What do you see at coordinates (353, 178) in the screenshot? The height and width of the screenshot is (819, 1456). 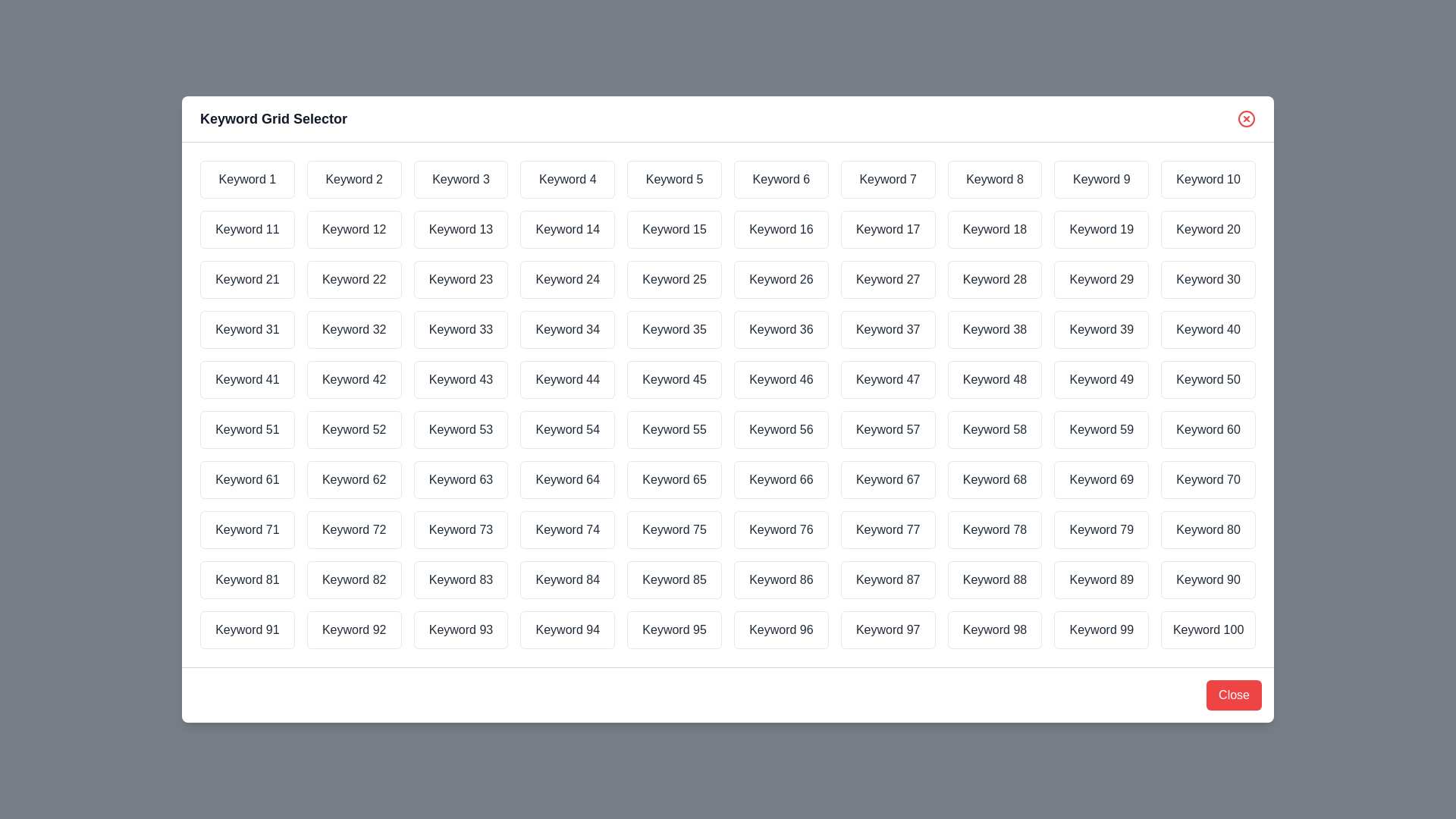 I see `the keyword Keyword 2 to observe its highlighting effect` at bounding box center [353, 178].